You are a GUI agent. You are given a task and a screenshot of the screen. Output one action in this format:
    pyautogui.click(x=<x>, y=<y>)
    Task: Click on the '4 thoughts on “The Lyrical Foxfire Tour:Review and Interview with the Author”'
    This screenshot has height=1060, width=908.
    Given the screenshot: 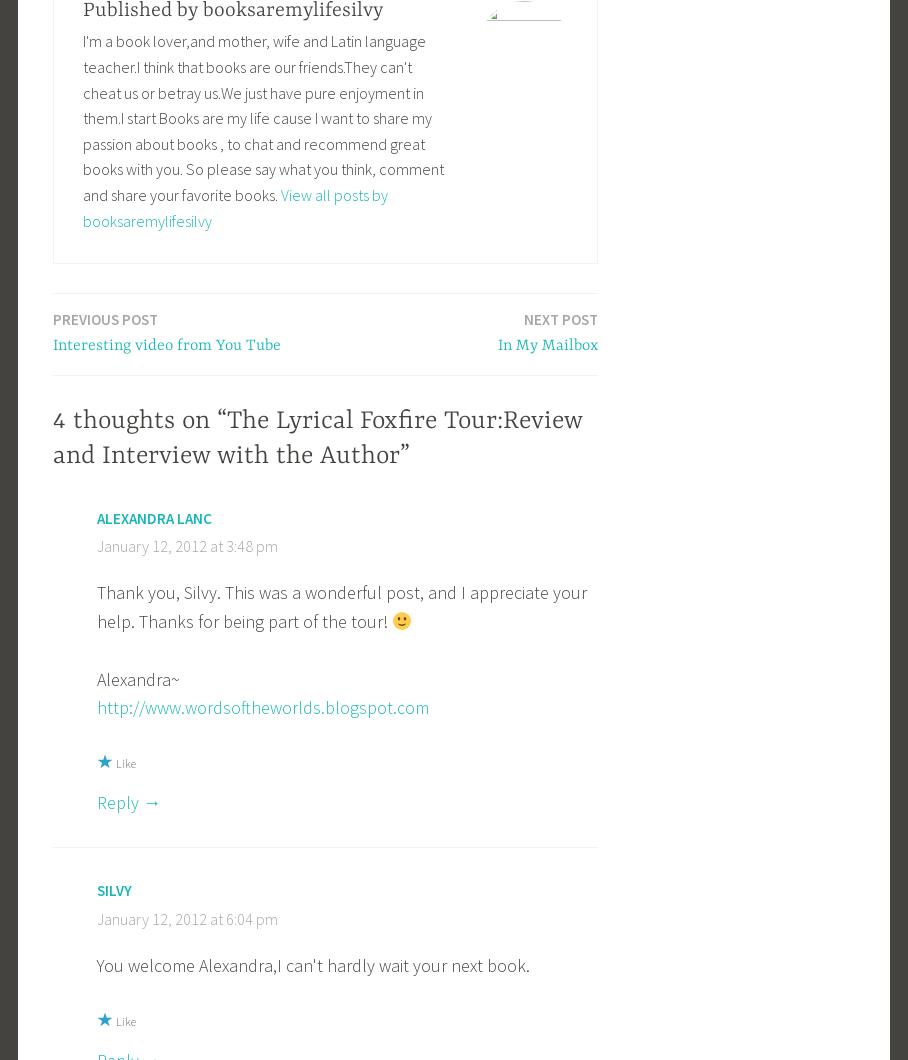 What is the action you would take?
    pyautogui.click(x=316, y=437)
    